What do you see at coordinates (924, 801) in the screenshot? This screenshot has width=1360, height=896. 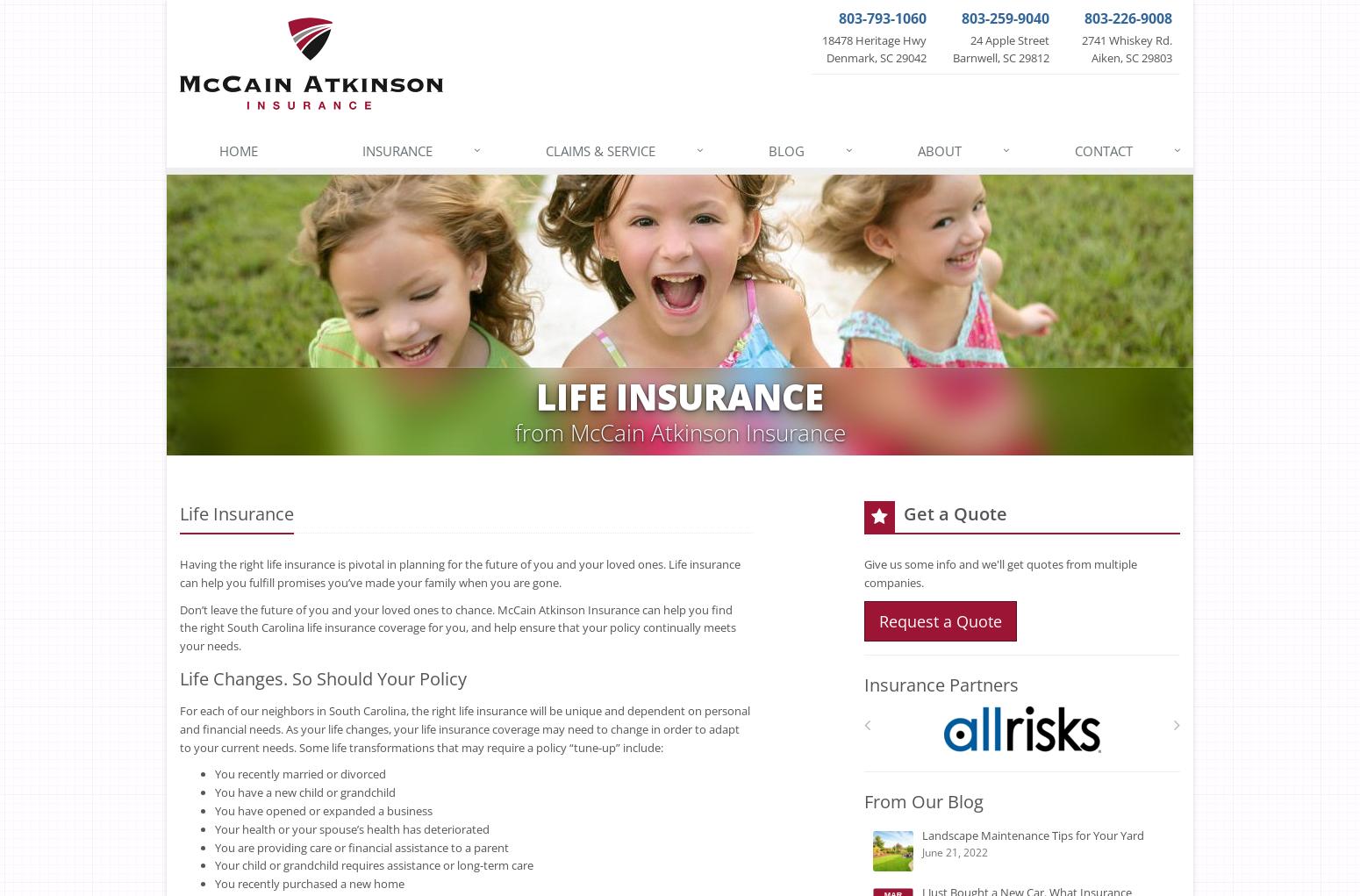 I see `'From Our Blog'` at bounding box center [924, 801].